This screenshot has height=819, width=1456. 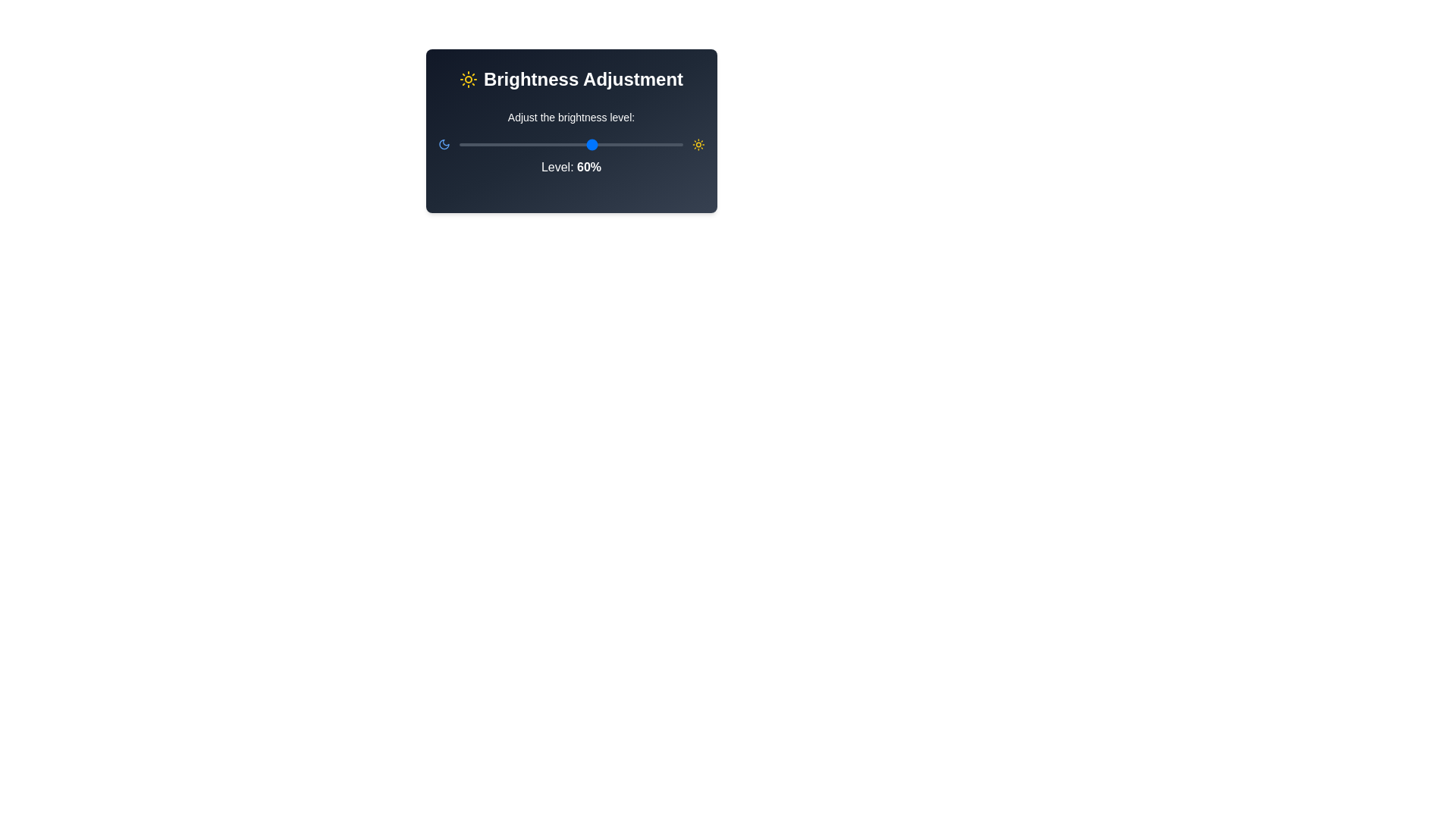 What do you see at coordinates (507, 145) in the screenshot?
I see `the brightness level` at bounding box center [507, 145].